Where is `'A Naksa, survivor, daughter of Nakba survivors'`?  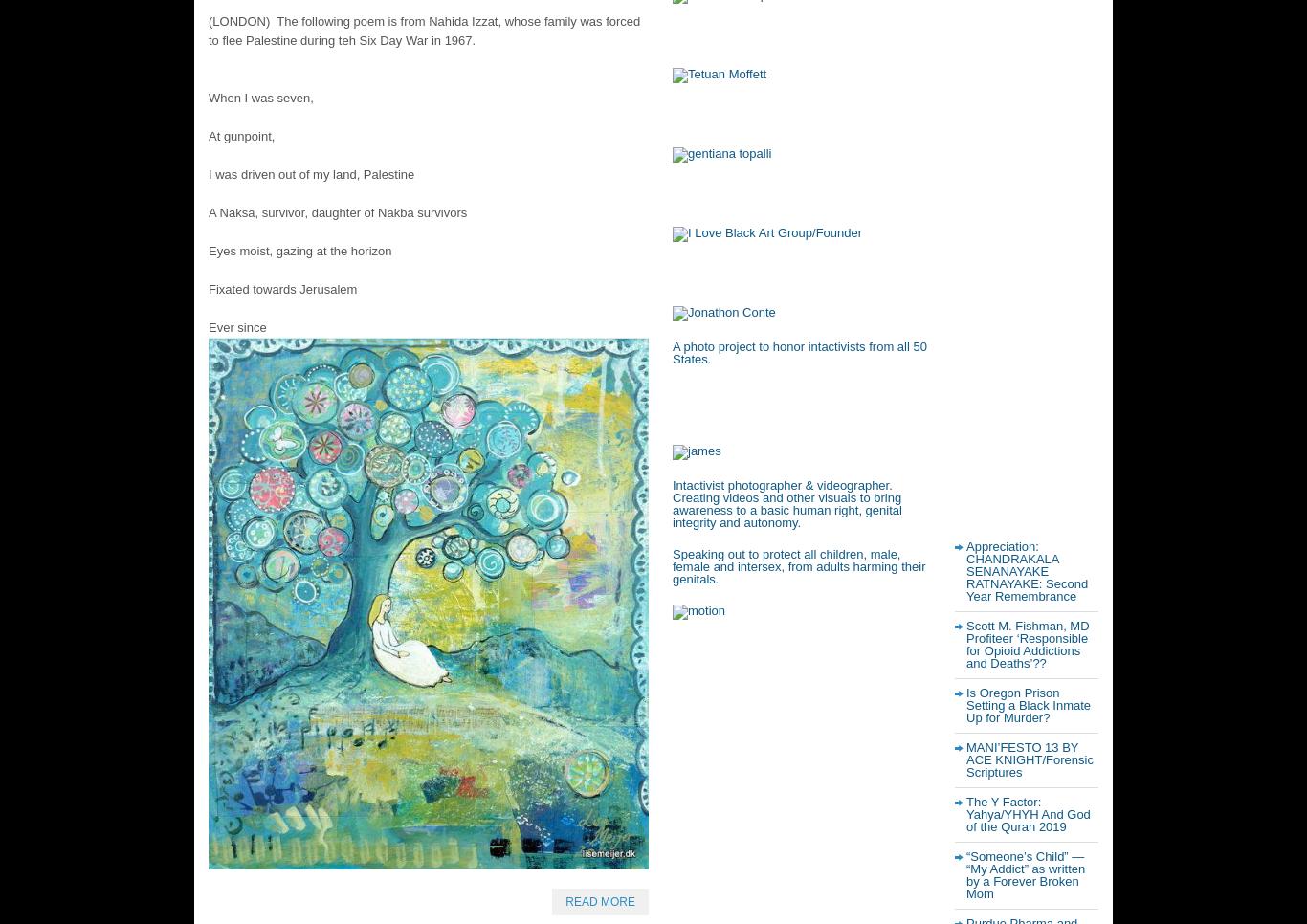 'A Naksa, survivor, daughter of Nakba survivors' is located at coordinates (336, 210).